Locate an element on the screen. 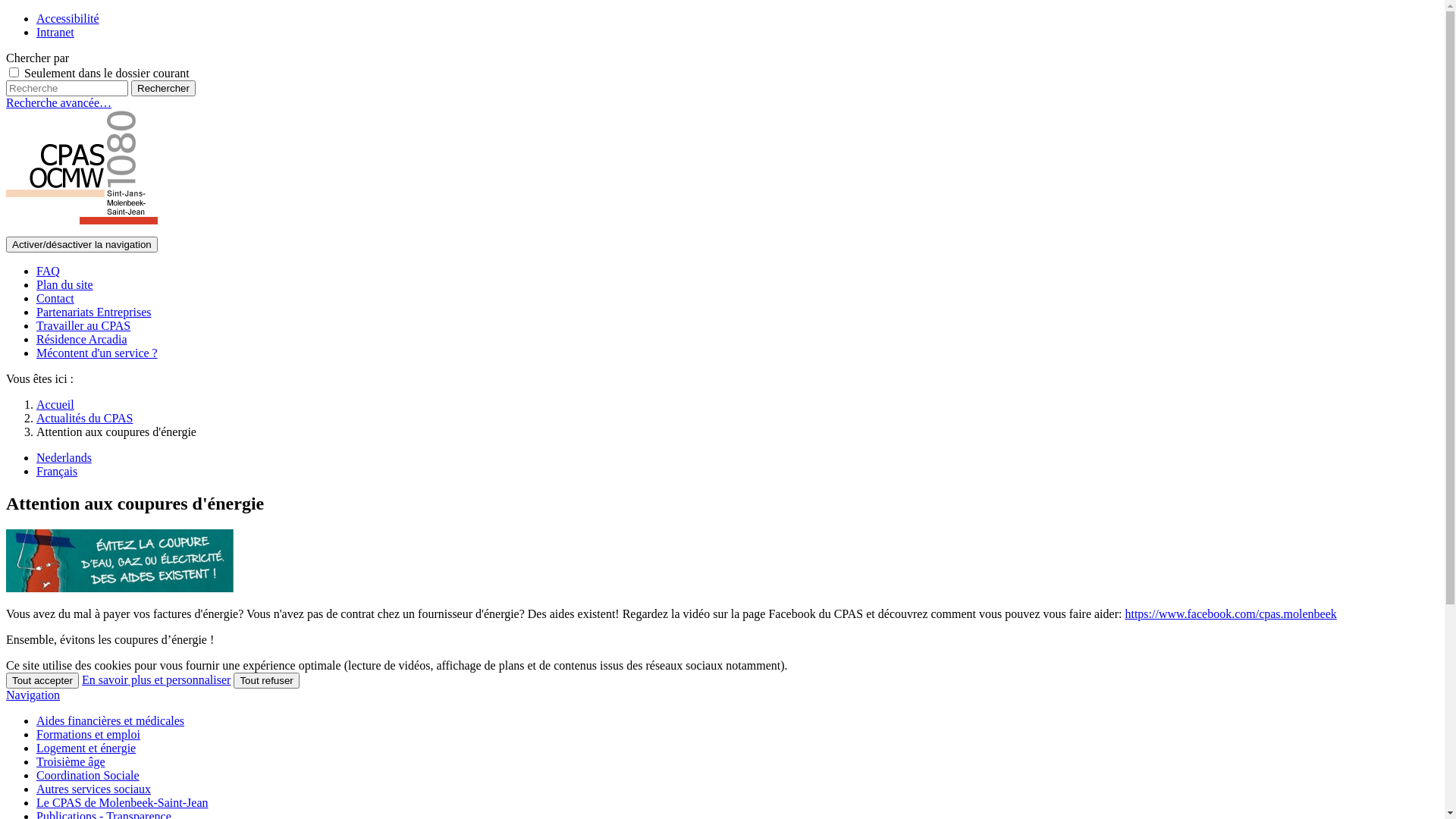 The width and height of the screenshot is (1456, 819). 'Plan du site' is located at coordinates (64, 284).